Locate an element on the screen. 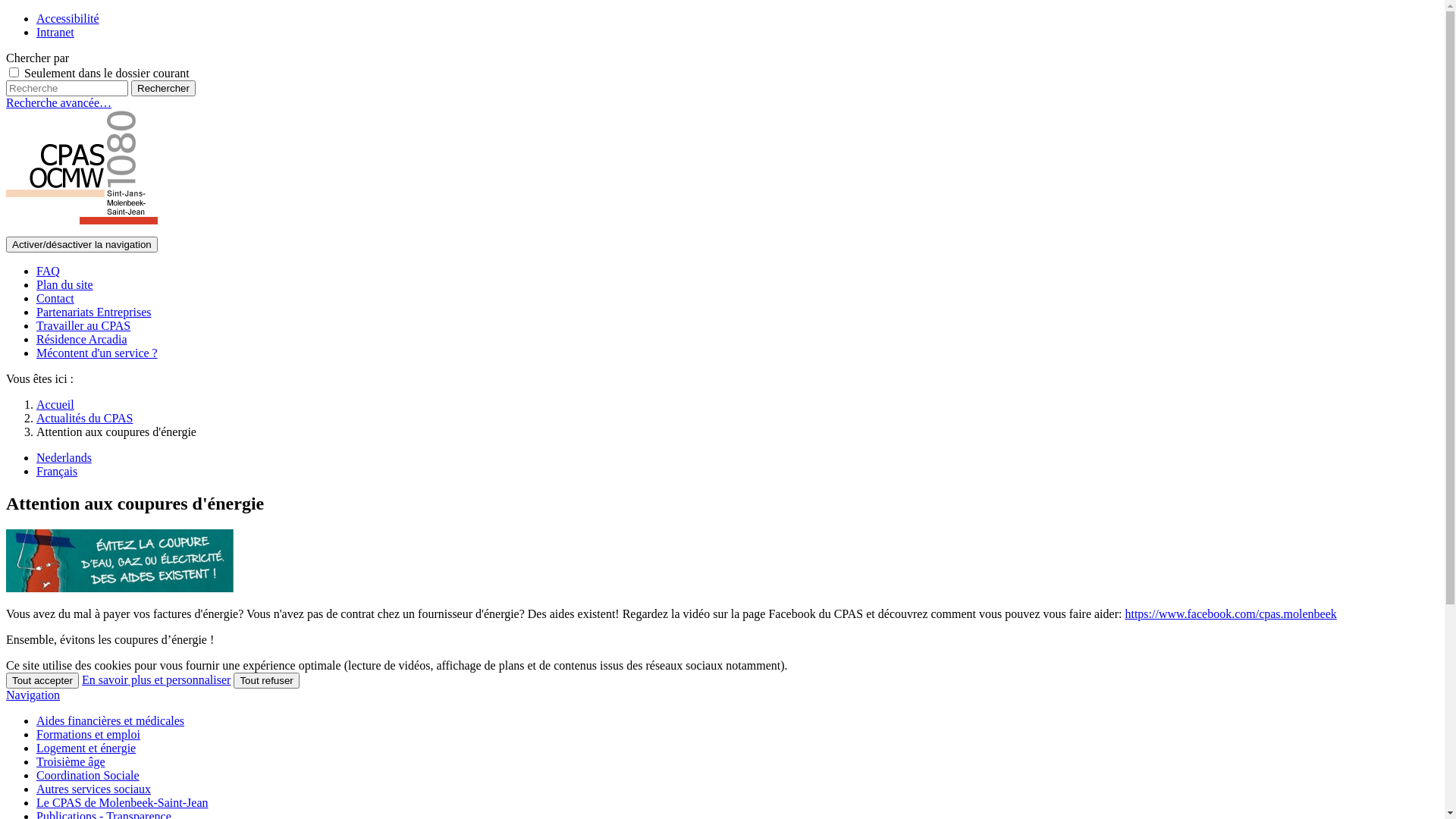 The width and height of the screenshot is (1456, 819). 'Plan du site' is located at coordinates (64, 284).